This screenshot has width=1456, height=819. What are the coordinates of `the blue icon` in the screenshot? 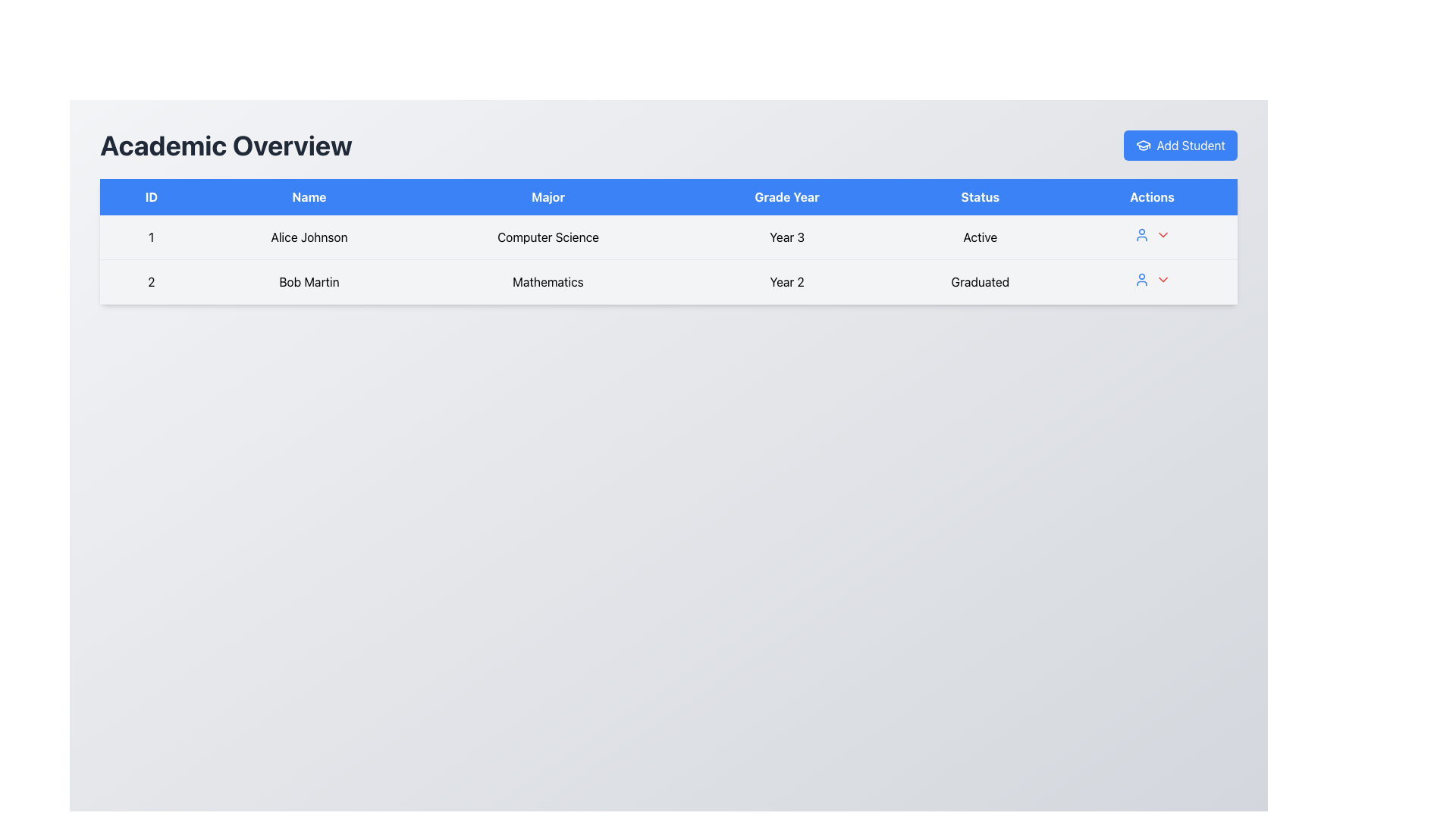 It's located at (1152, 281).